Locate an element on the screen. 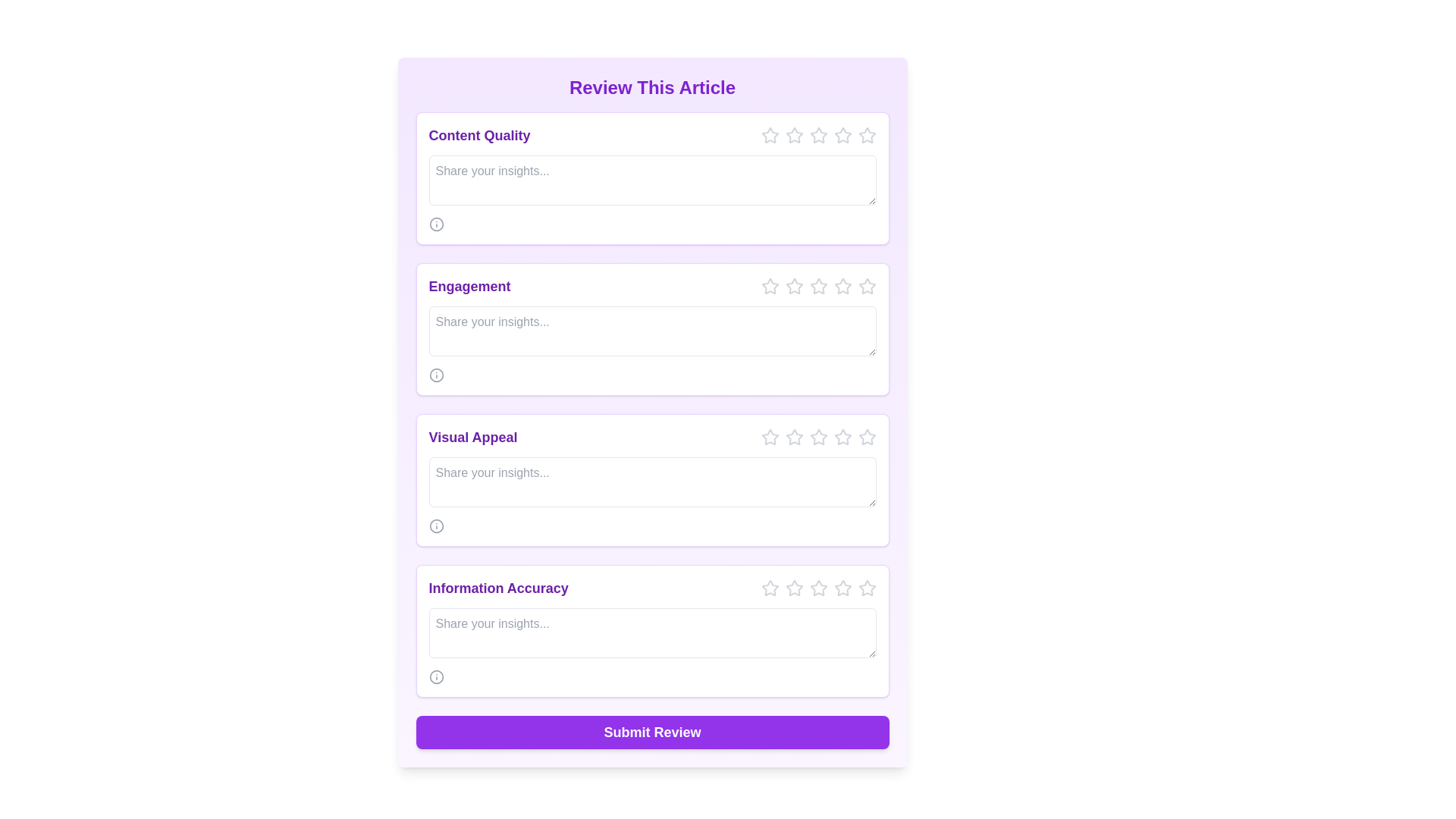  the rightmost star in the 'Engagement' feedback section is located at coordinates (866, 286).